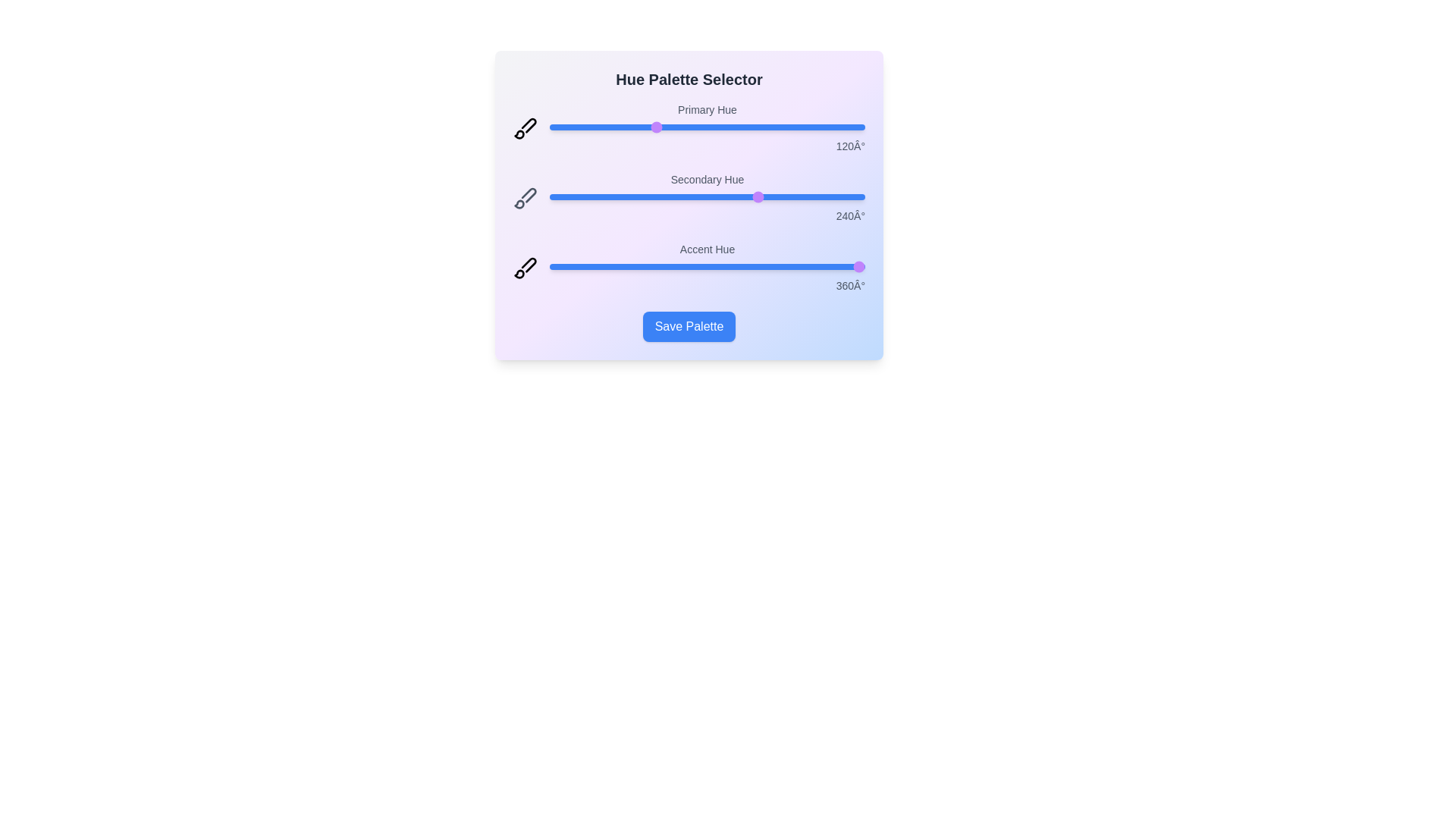 The image size is (1456, 819). What do you see at coordinates (688, 326) in the screenshot?
I see `the 'Save Palette' button` at bounding box center [688, 326].